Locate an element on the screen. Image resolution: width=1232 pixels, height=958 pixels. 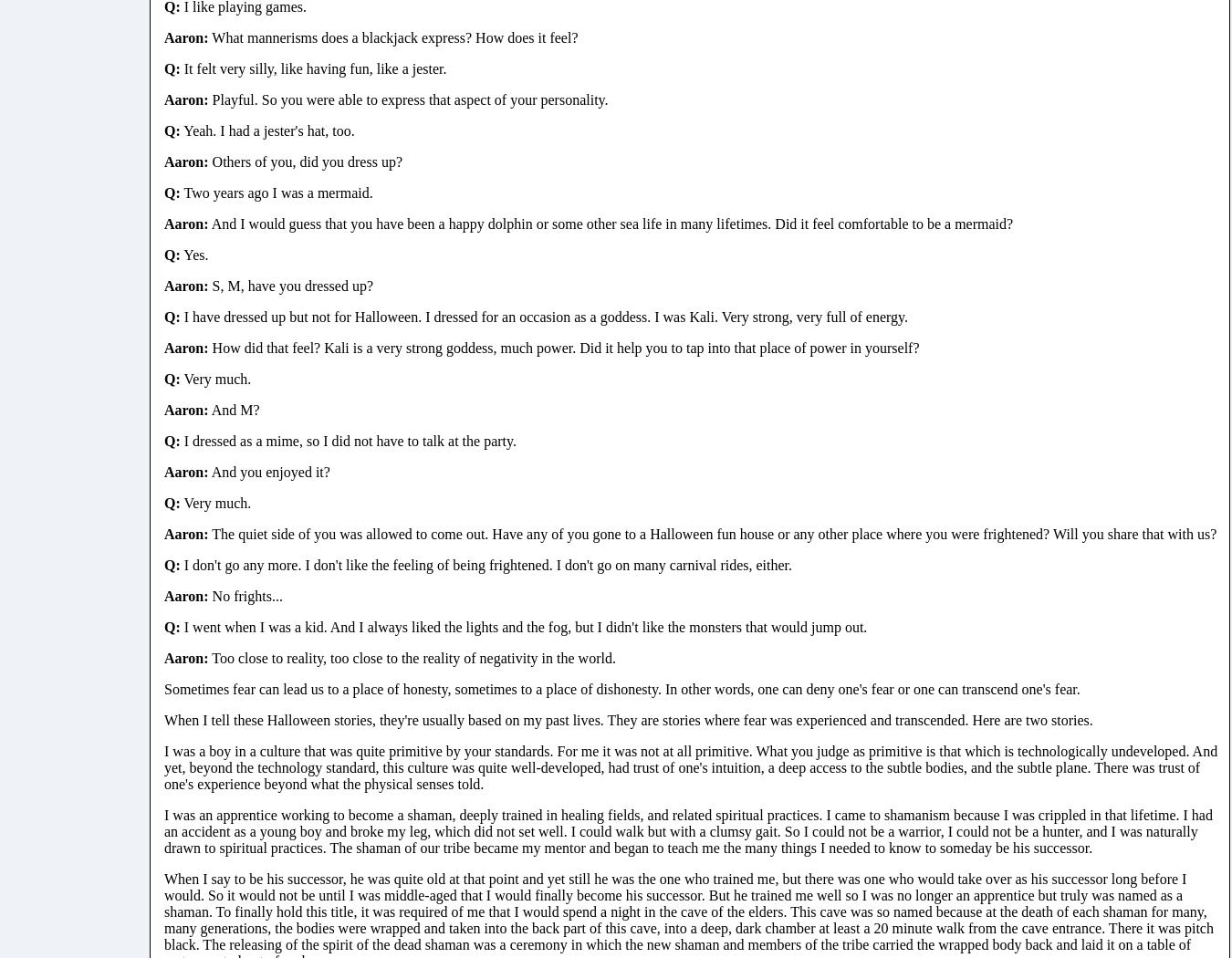
'How did that feel? Kali is a very strong goddess, much power. Did it help you to tap into that place of power in yourself?' is located at coordinates (563, 347).